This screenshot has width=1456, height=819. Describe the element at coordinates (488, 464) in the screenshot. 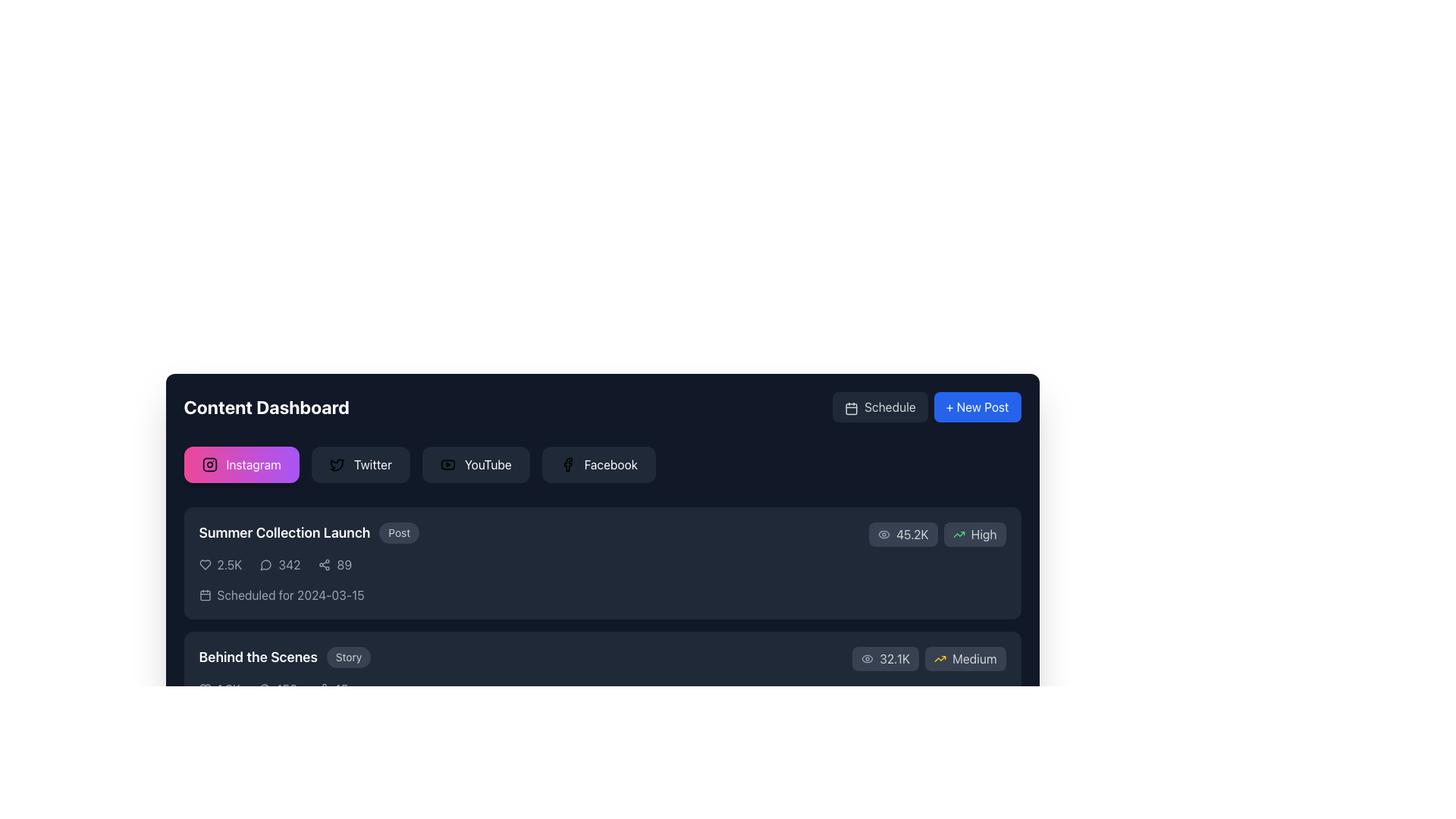

I see `the 'YouTube' button in the navigation bar` at that location.